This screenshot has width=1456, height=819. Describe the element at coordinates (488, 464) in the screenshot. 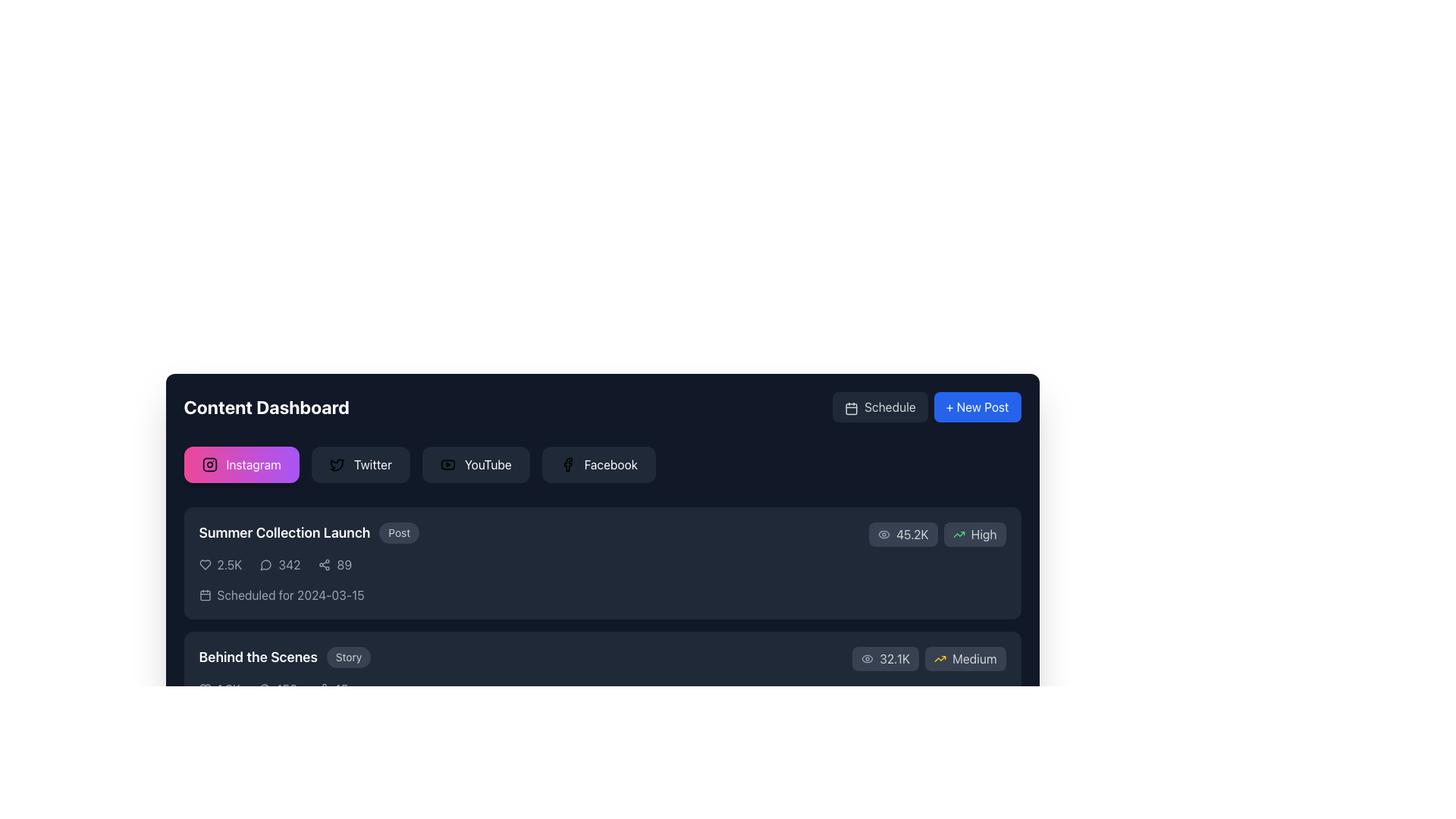

I see `the 'YouTube' button in the navigation bar` at that location.